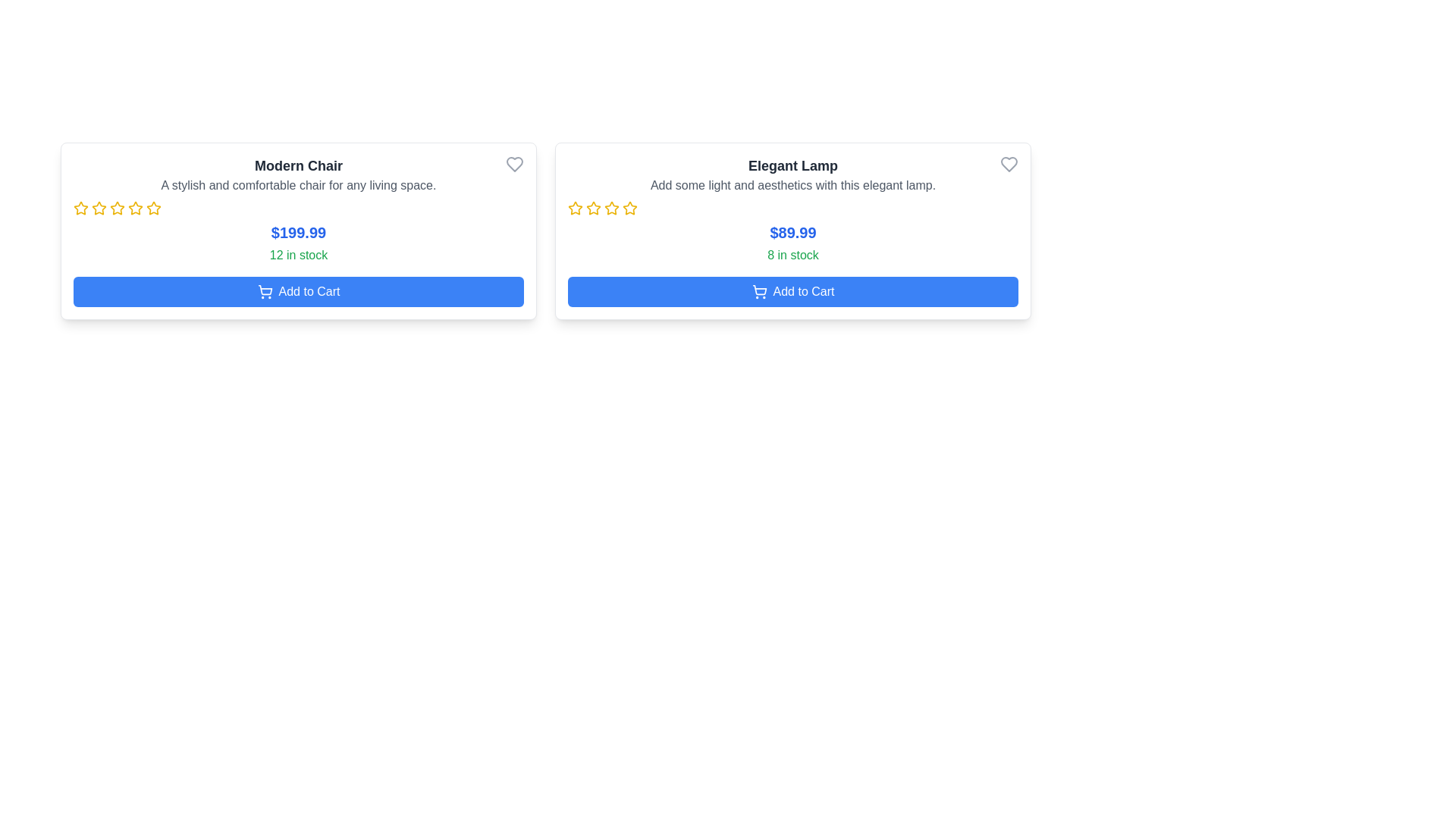 This screenshot has width=1456, height=819. What do you see at coordinates (298, 185) in the screenshot?
I see `the descriptive text block styled in gray, located below the title 'Modern Chair' in the product card` at bounding box center [298, 185].